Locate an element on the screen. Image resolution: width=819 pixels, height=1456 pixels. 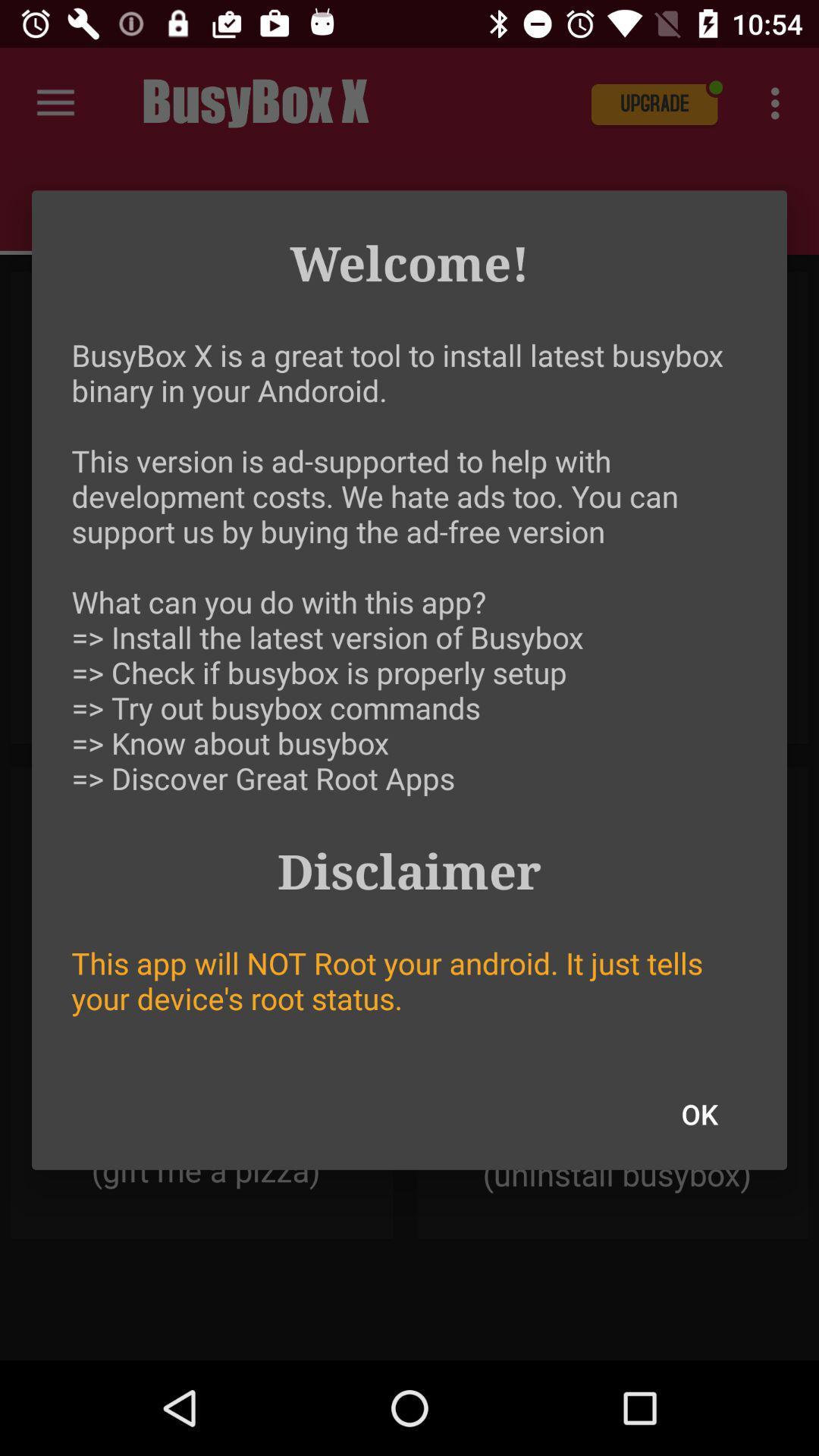
the item at the bottom right corner is located at coordinates (699, 1114).